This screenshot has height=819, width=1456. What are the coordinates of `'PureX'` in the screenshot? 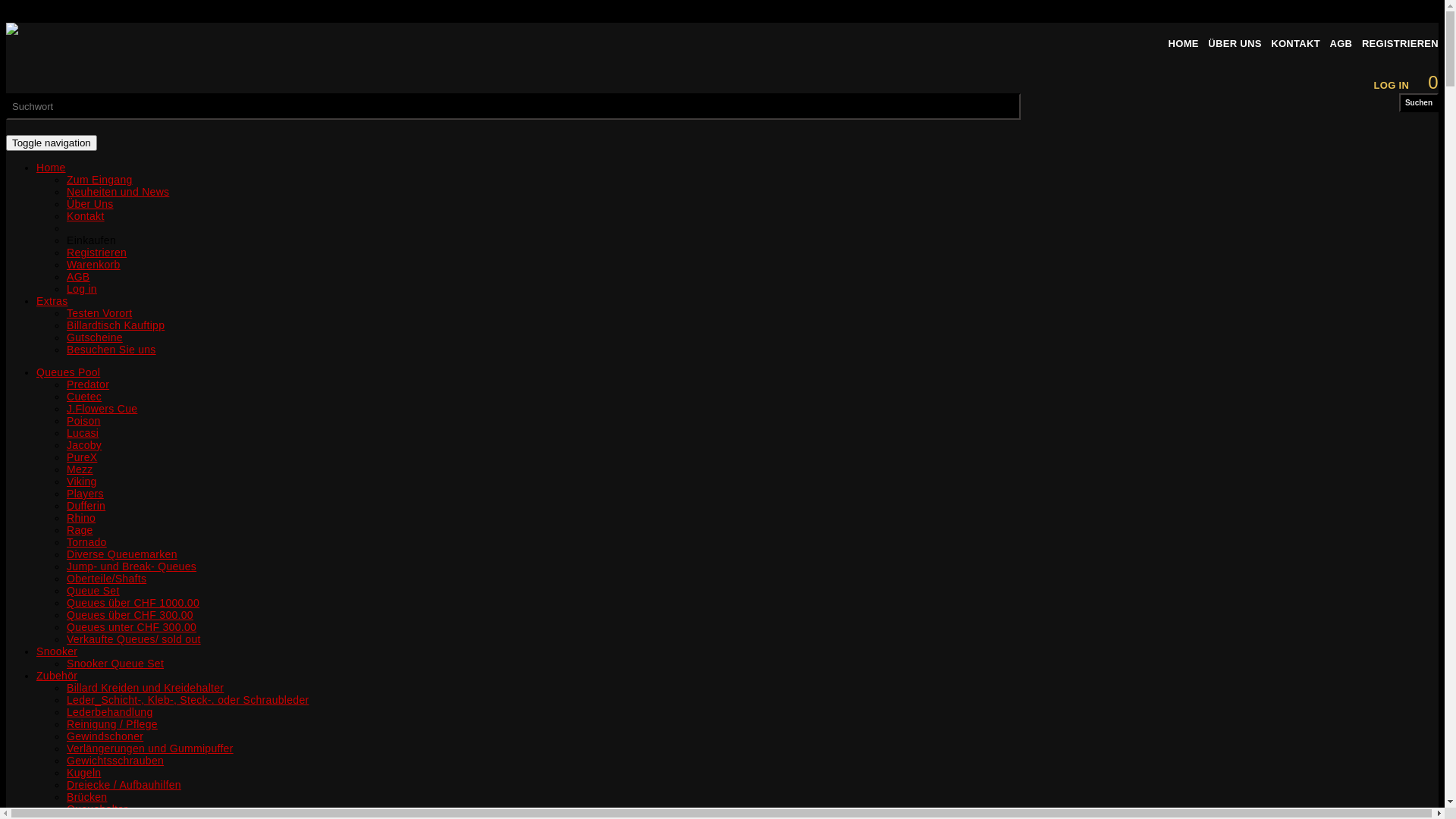 It's located at (80, 456).